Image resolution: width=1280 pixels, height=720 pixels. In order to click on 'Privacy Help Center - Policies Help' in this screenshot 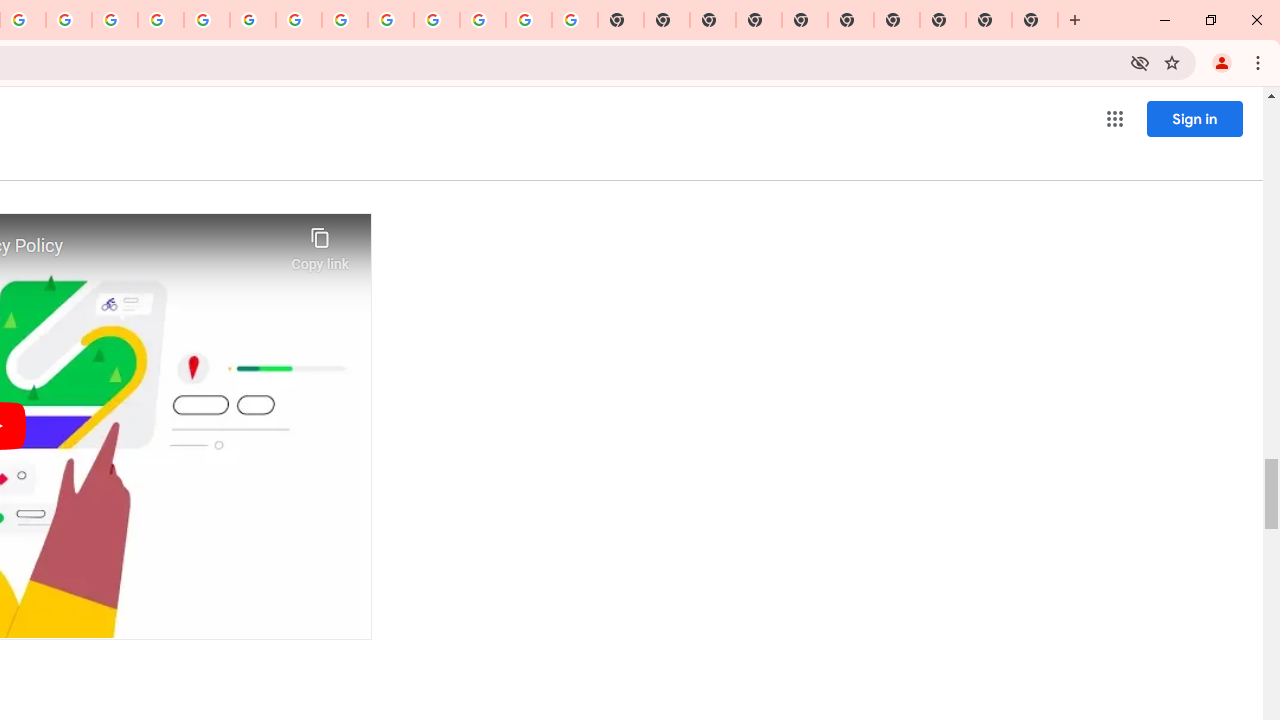, I will do `click(114, 20)`.